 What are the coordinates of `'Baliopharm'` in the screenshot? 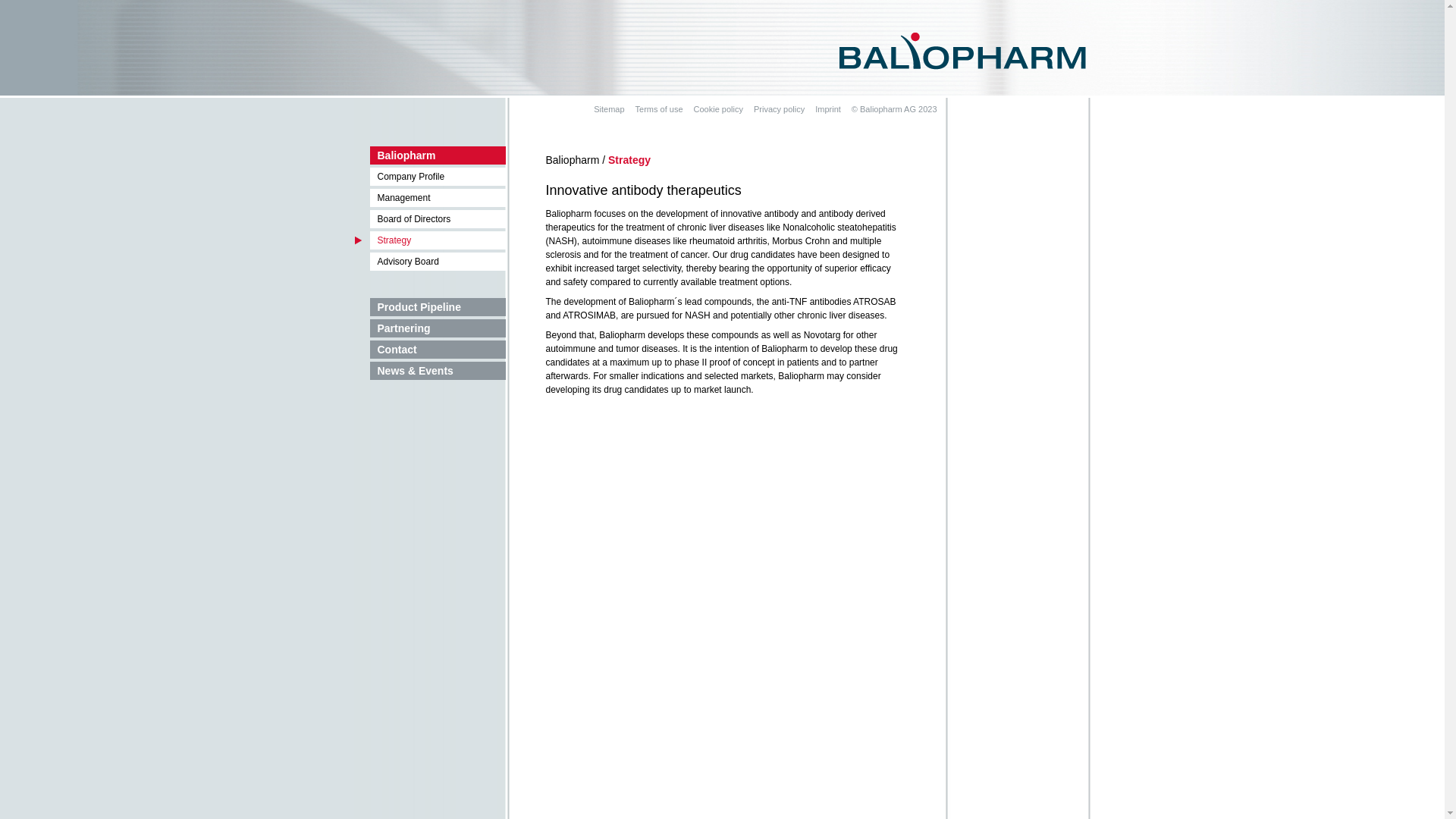 It's located at (429, 155).